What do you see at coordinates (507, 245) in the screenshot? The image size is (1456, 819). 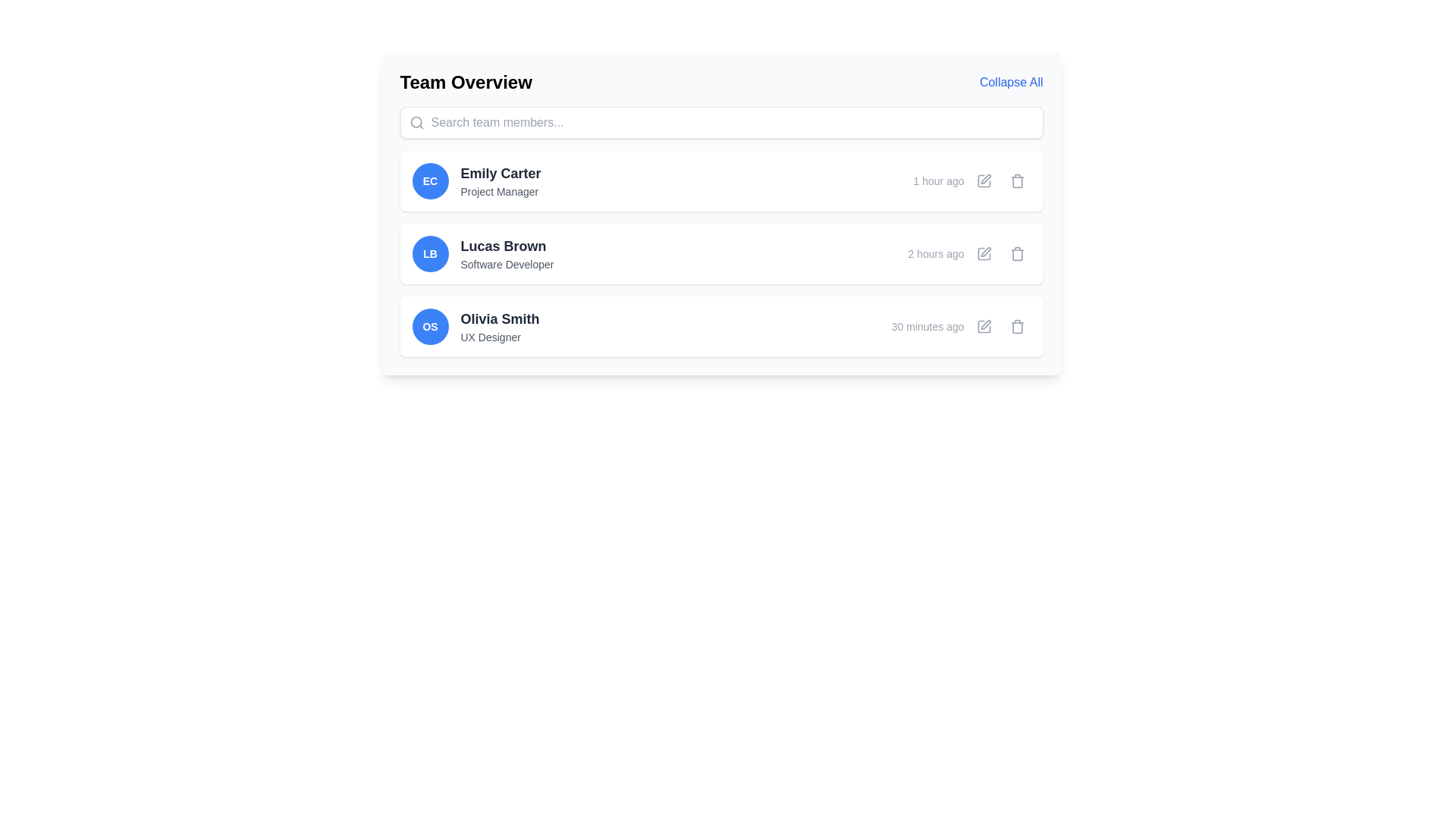 I see `the text label displaying the name of an individual in the 'Team Overview' section, which is located above the role description 'Software Developer' and adjacent to the 'LB' circular icon` at bounding box center [507, 245].